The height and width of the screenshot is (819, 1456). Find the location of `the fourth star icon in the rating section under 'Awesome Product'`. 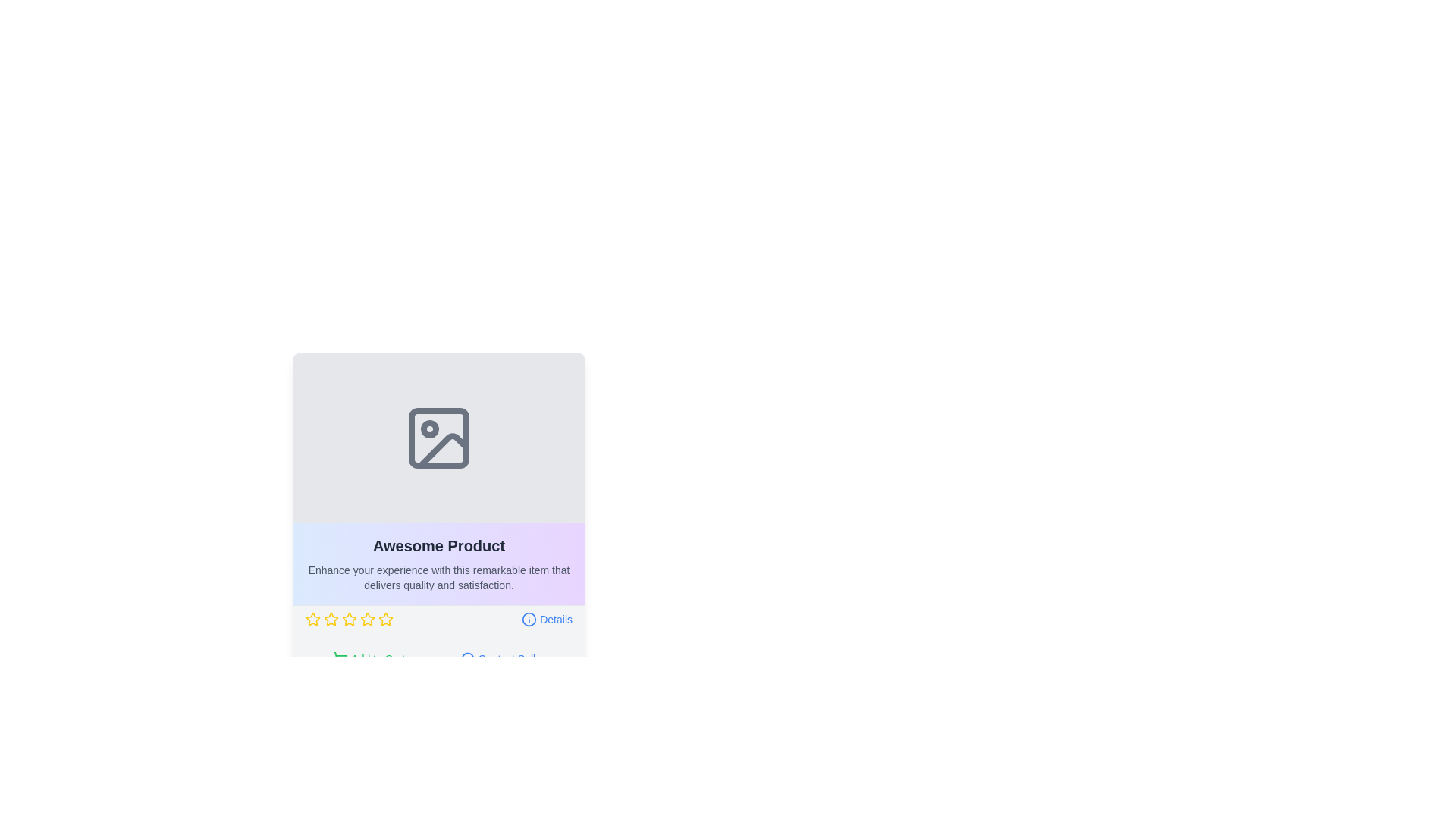

the fourth star icon in the rating section under 'Awesome Product' is located at coordinates (385, 619).